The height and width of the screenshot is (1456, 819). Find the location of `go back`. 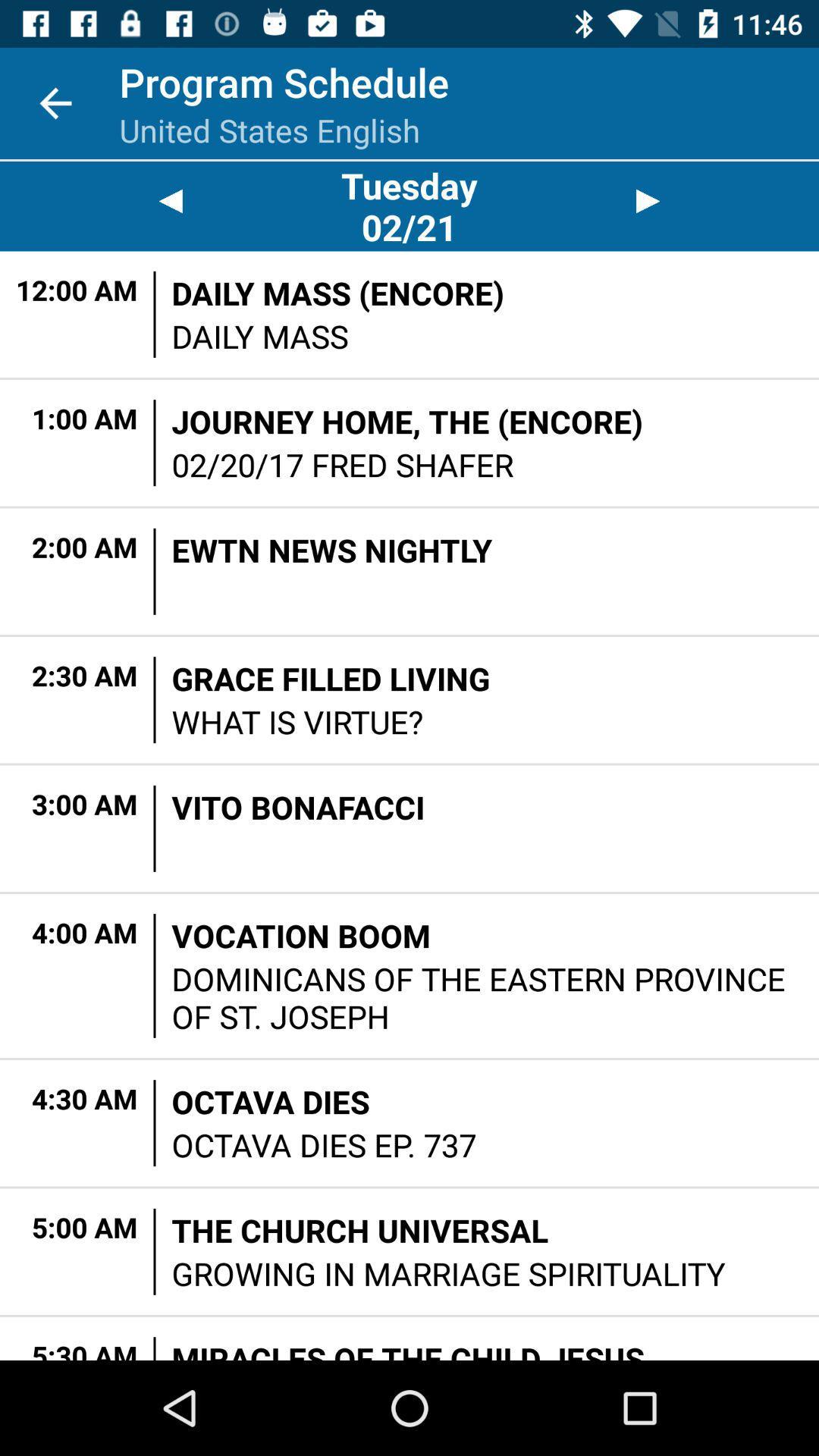

go back is located at coordinates (170, 200).